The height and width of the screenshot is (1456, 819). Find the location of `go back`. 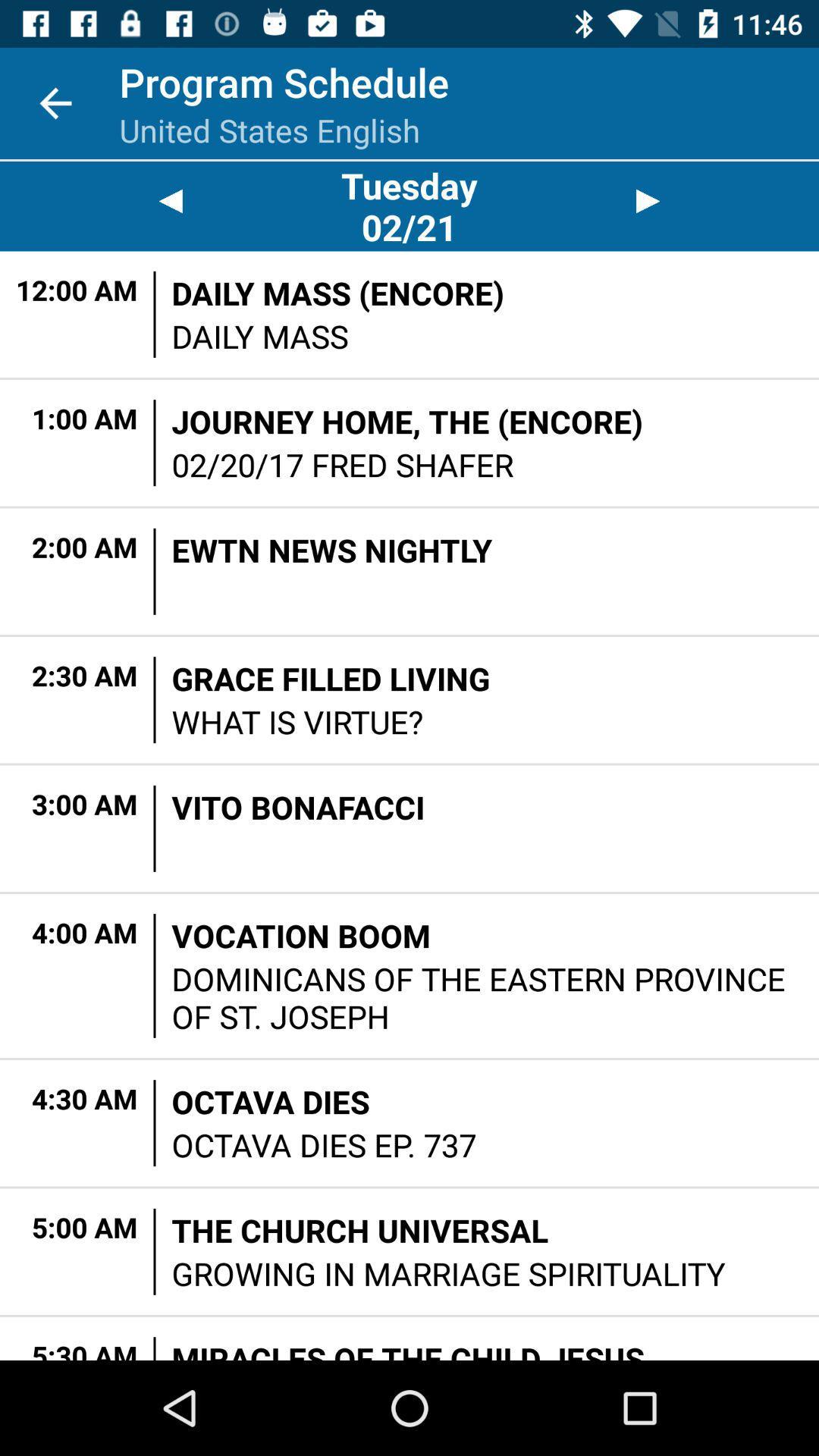

go back is located at coordinates (170, 200).